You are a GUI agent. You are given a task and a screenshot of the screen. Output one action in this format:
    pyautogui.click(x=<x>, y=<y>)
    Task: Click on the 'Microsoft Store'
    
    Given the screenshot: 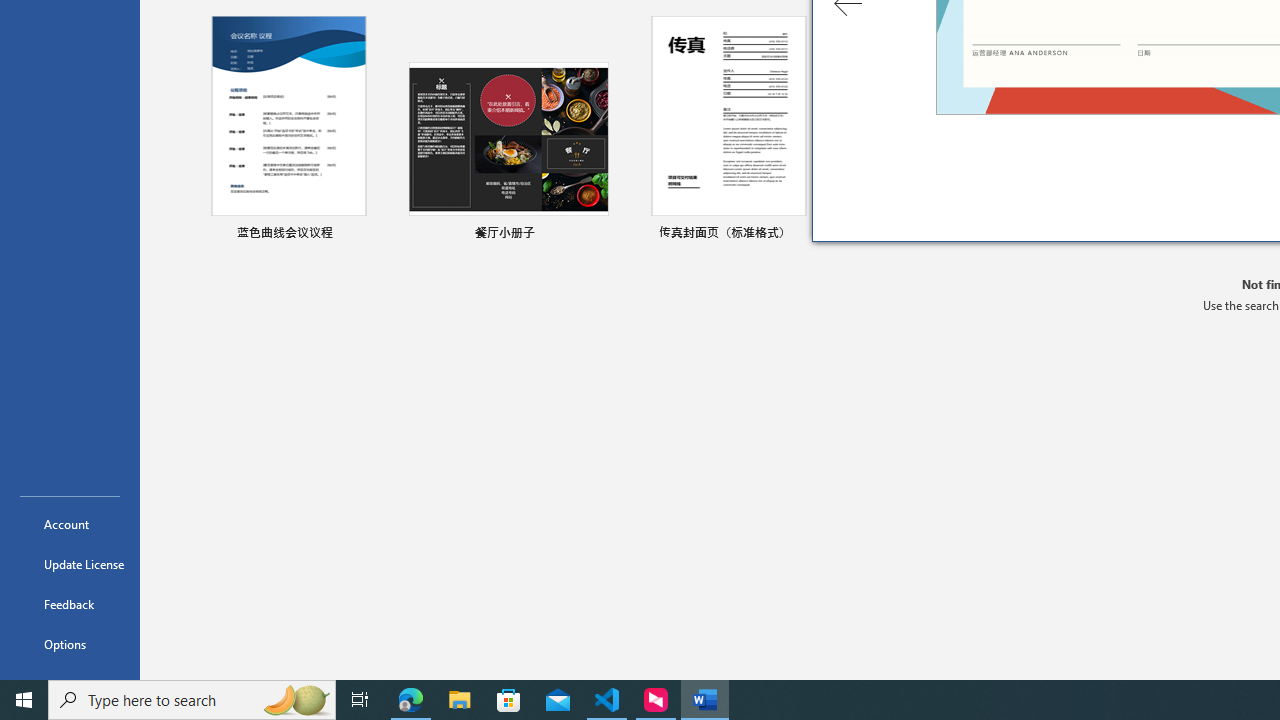 What is the action you would take?
    pyautogui.click(x=509, y=698)
    